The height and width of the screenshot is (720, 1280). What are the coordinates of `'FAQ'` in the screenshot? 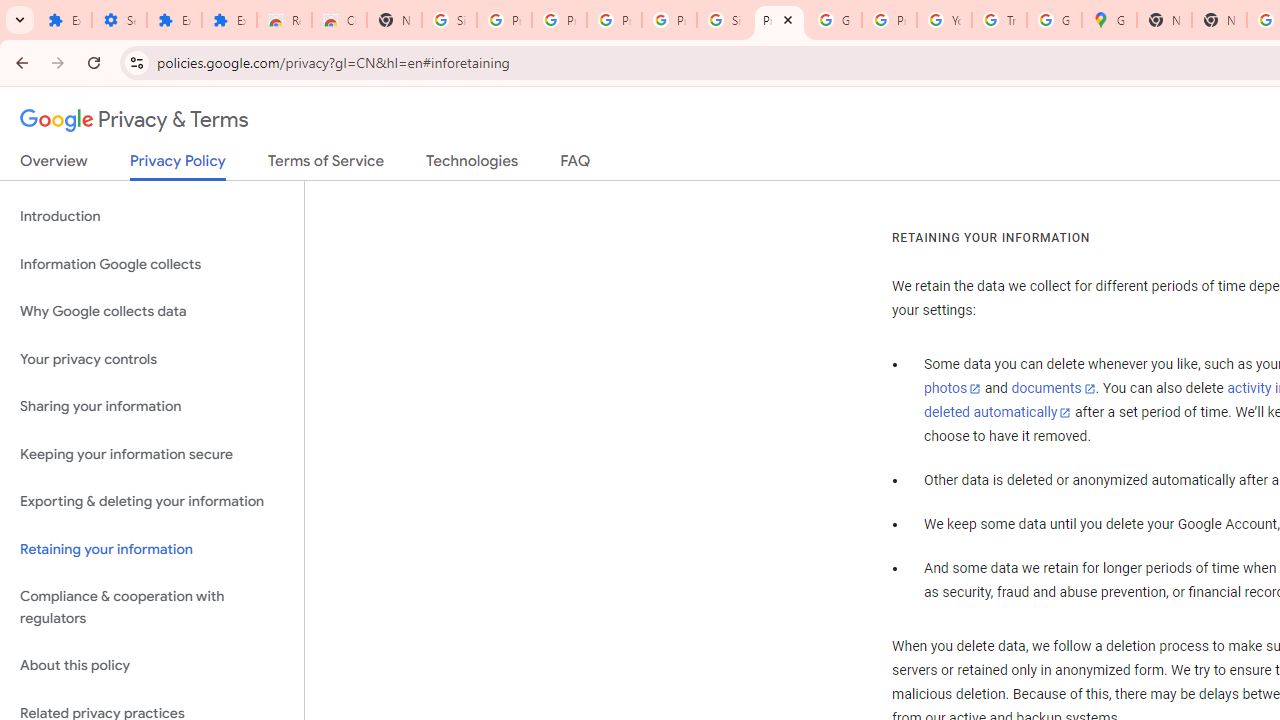 It's located at (575, 164).